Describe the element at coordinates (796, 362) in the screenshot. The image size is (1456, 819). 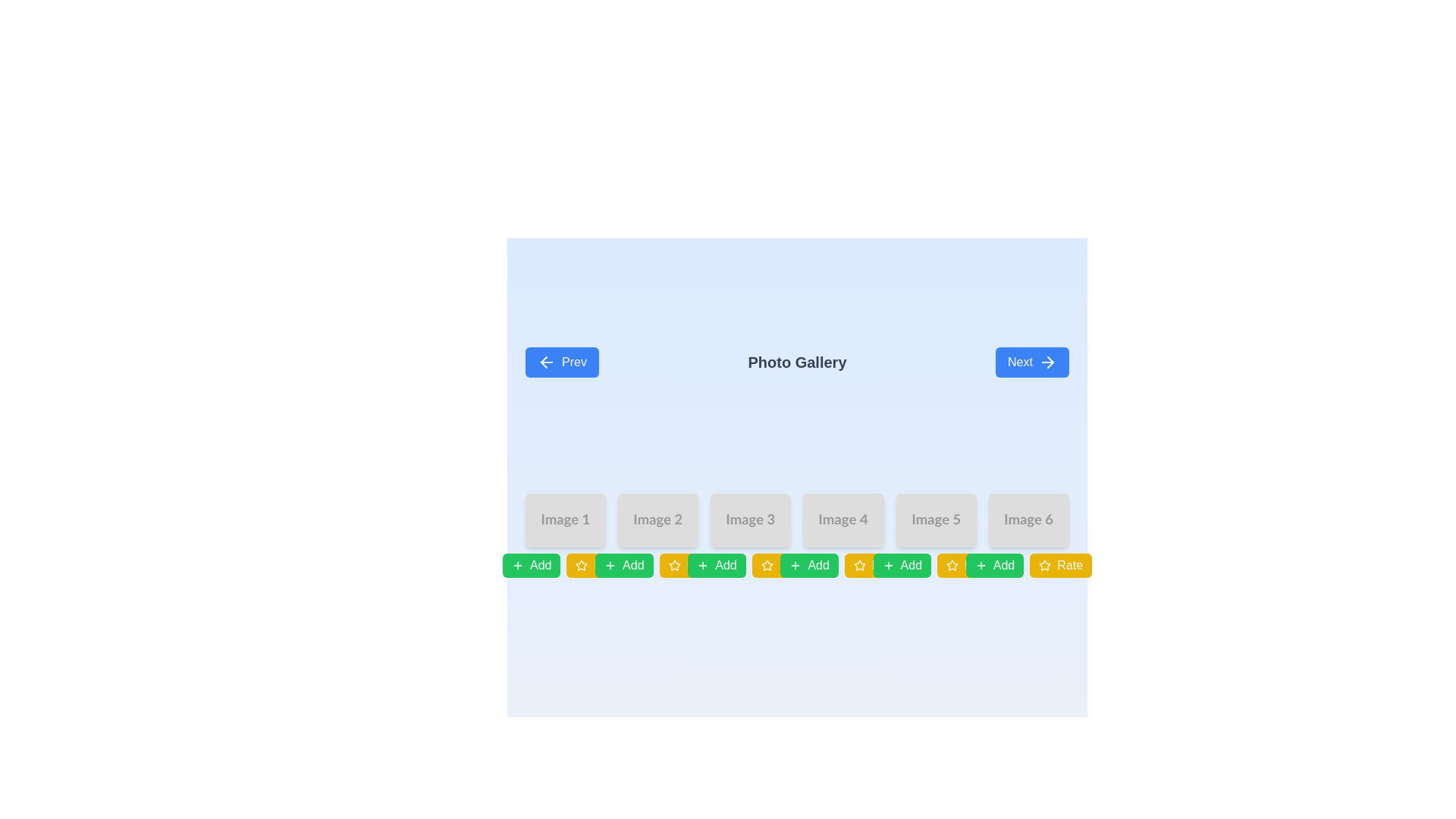
I see `the 'Photo Gallery' text label located in the center of the horizontal menu bar, which indicates the current section of the interface` at that location.